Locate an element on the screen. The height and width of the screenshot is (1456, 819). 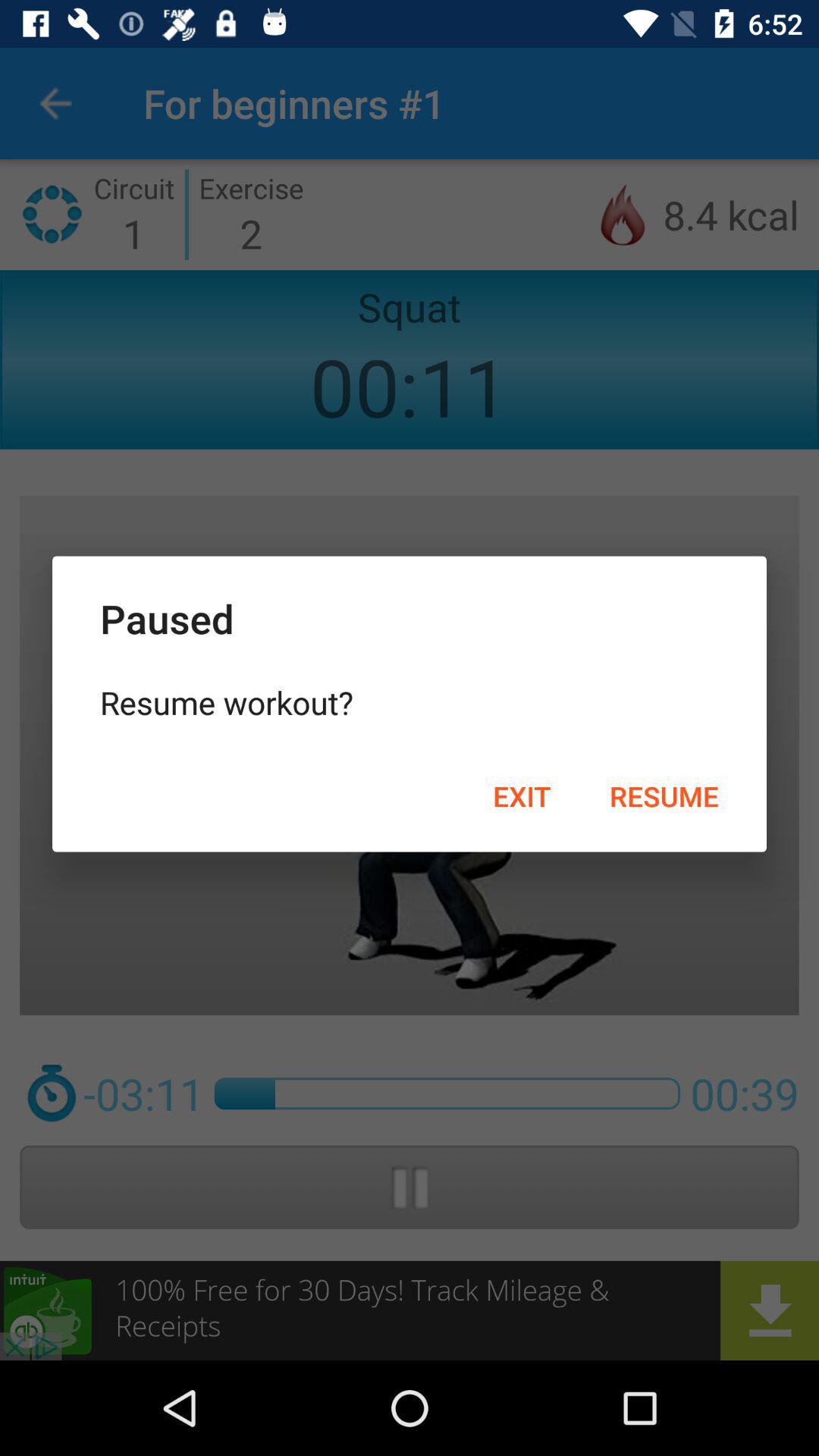
the facebook icon is located at coordinates (32, 33).